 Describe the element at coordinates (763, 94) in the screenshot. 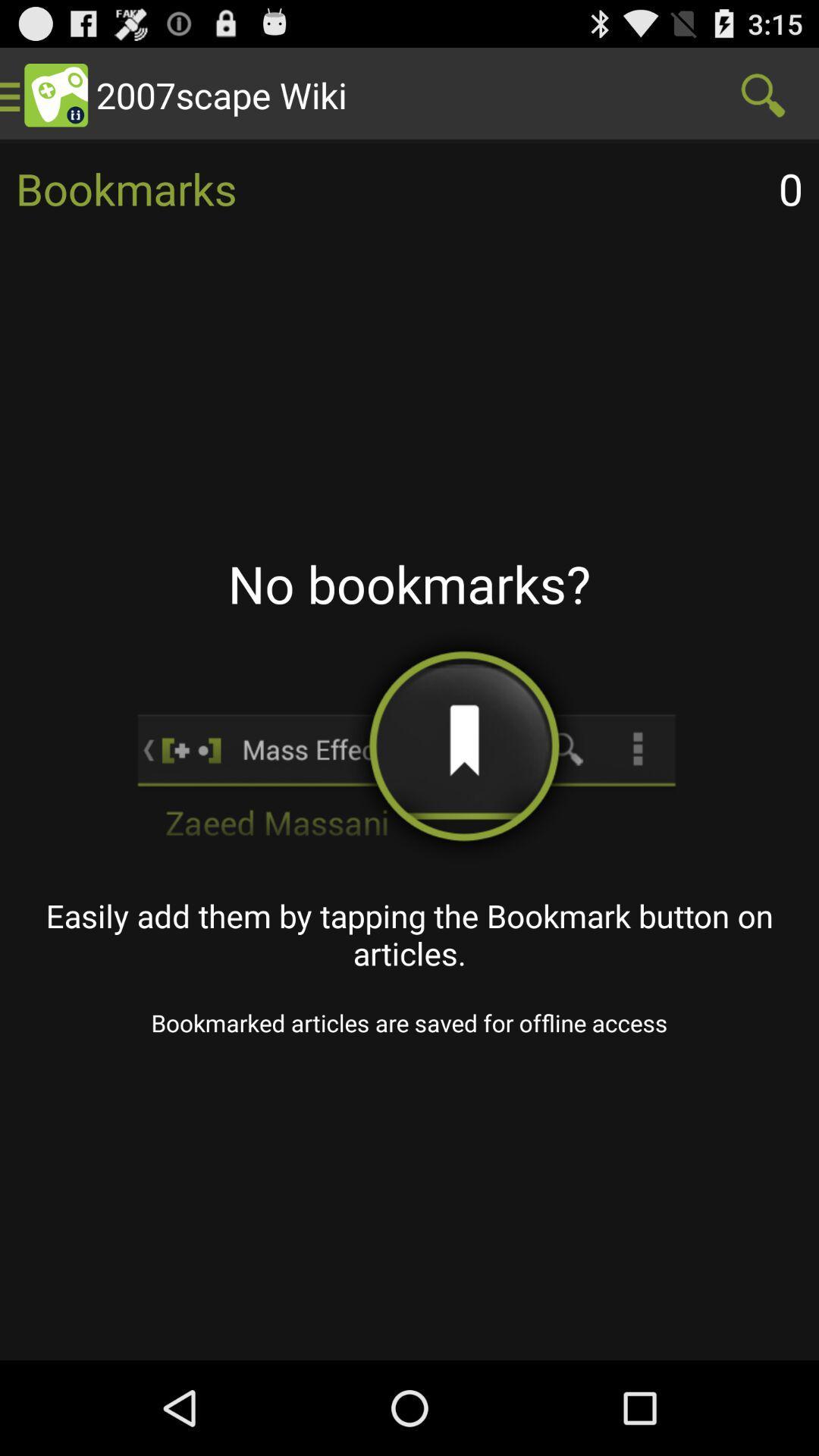

I see `item next to the 2007scape wiki item` at that location.